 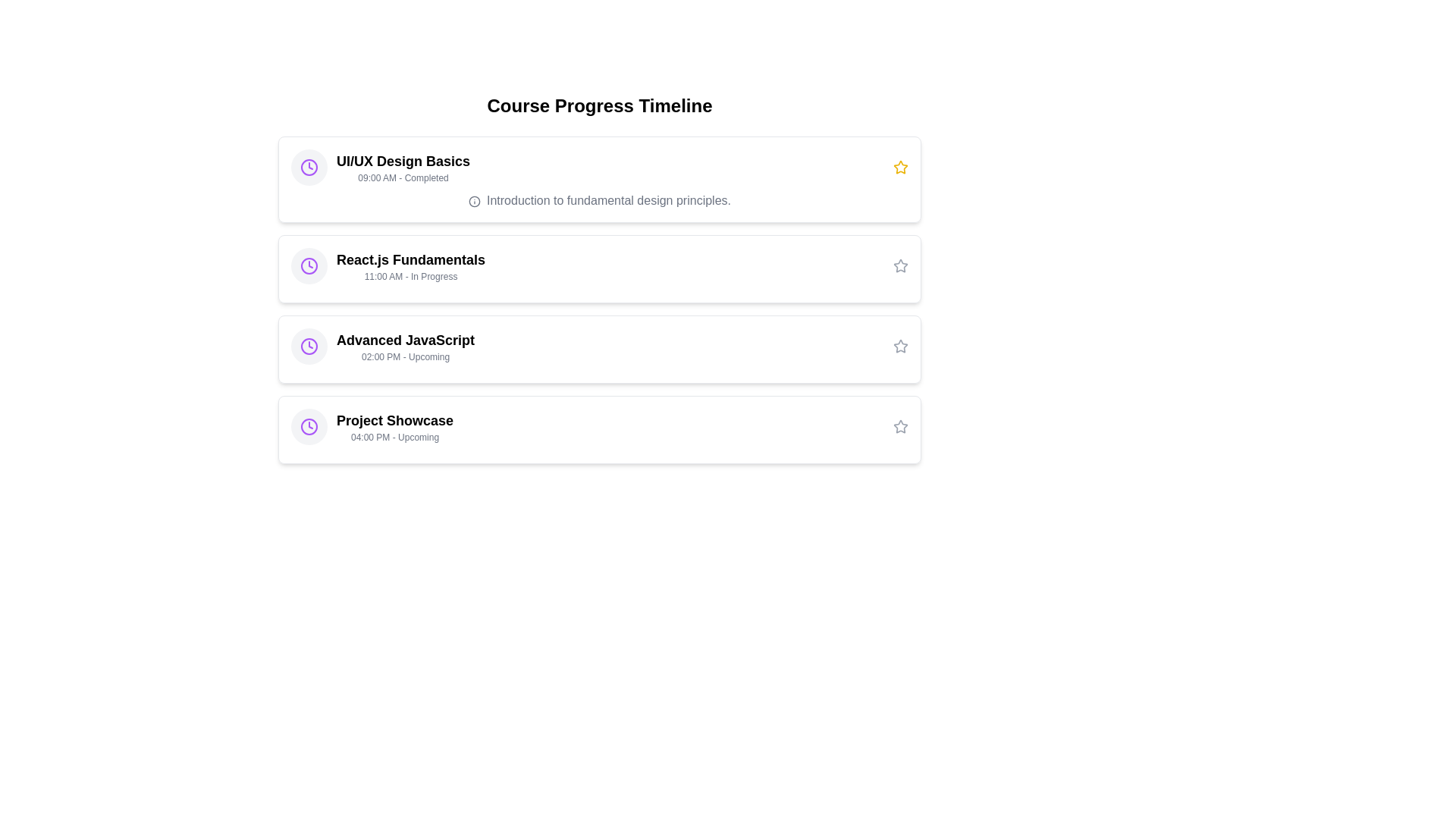 I want to click on the Schedule Item Card titled 'Advanced JavaScript', which is the third item in the 'Course Progress Timeline' list, positioned between 'React.js Fundamentals' and 'Project Showcase', so click(x=599, y=350).